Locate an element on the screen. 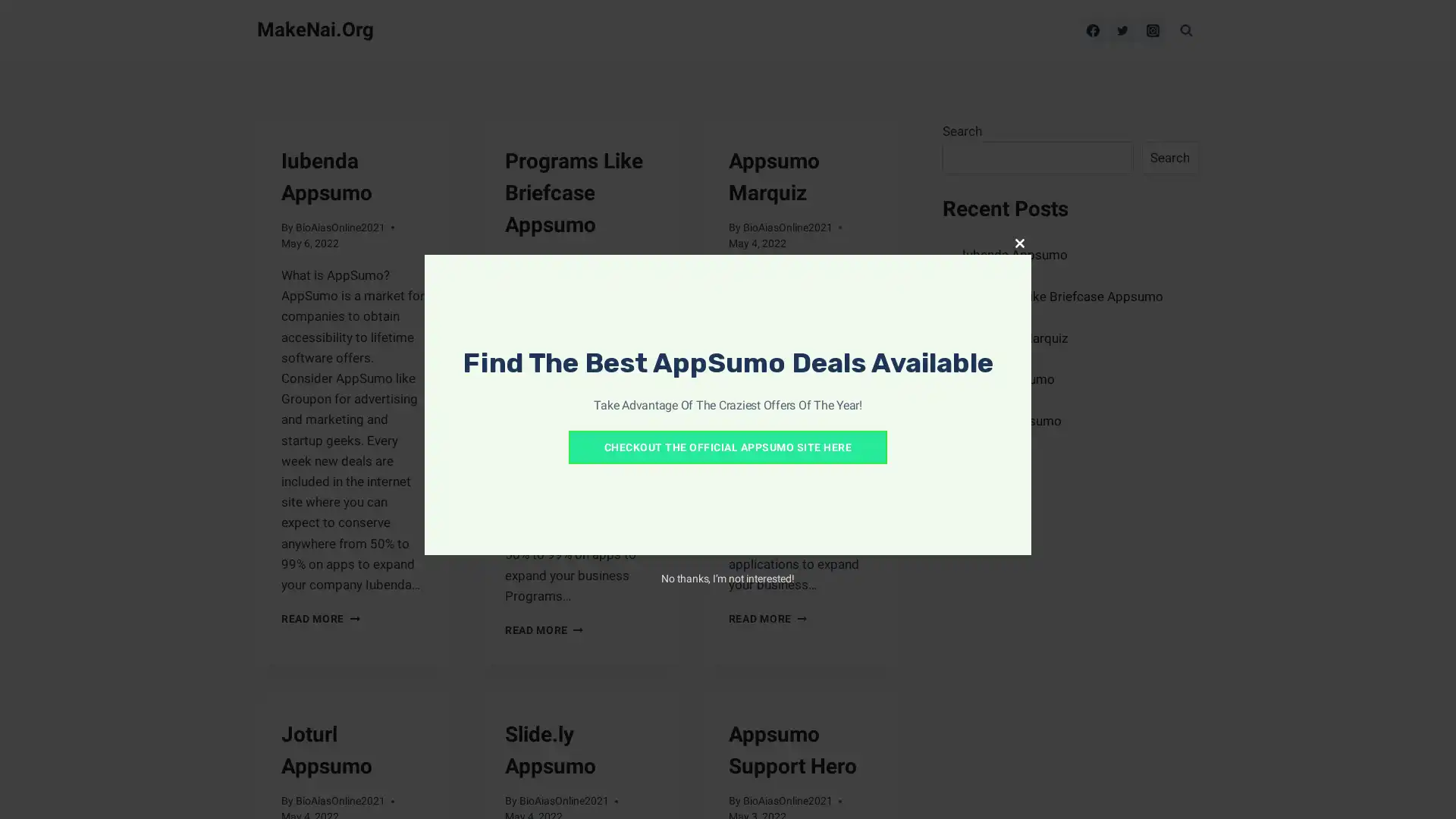 The image size is (1456, 819). Search is located at coordinates (1169, 158).